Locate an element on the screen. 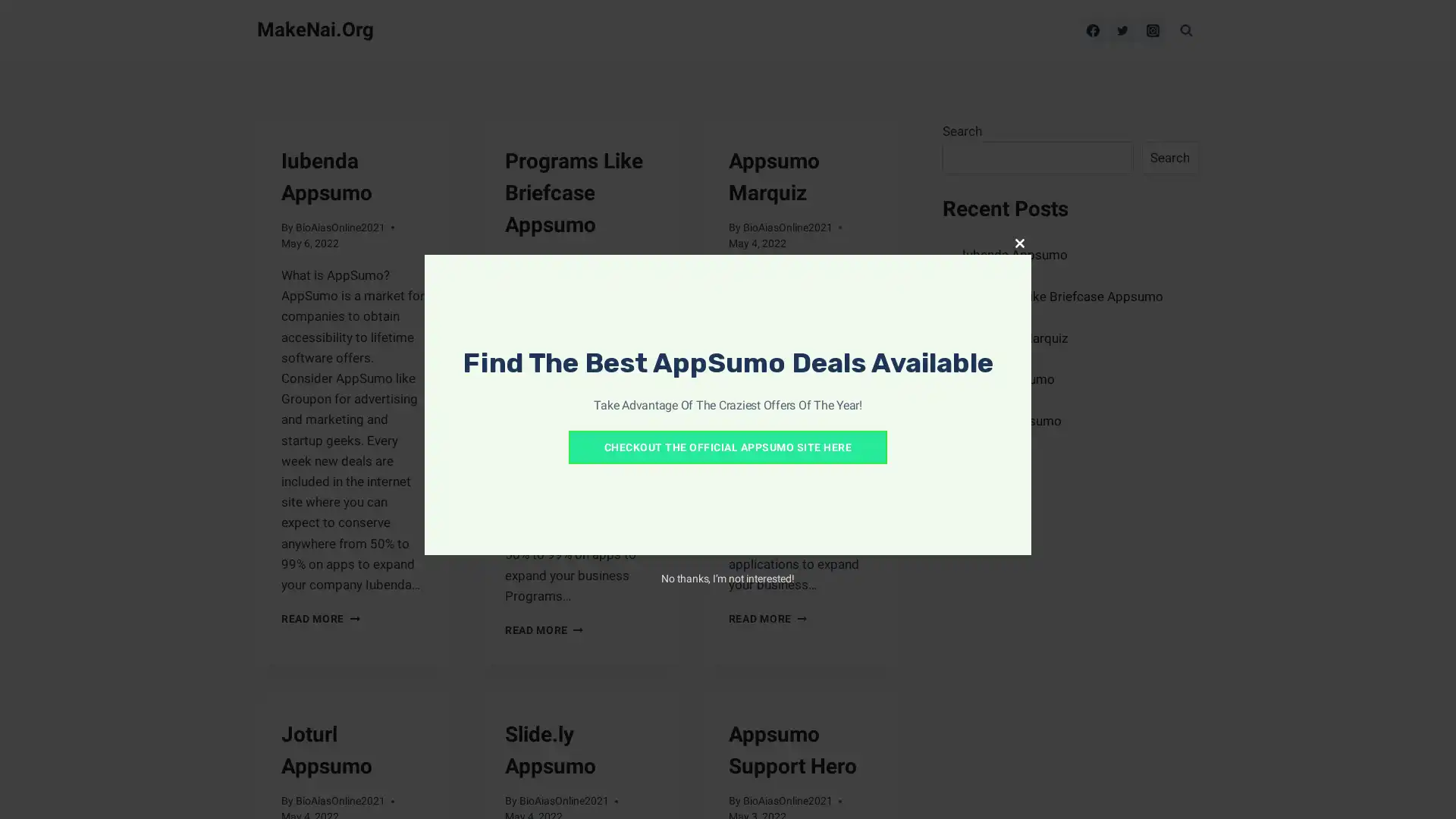 The image size is (1456, 819). Search is located at coordinates (1169, 158).